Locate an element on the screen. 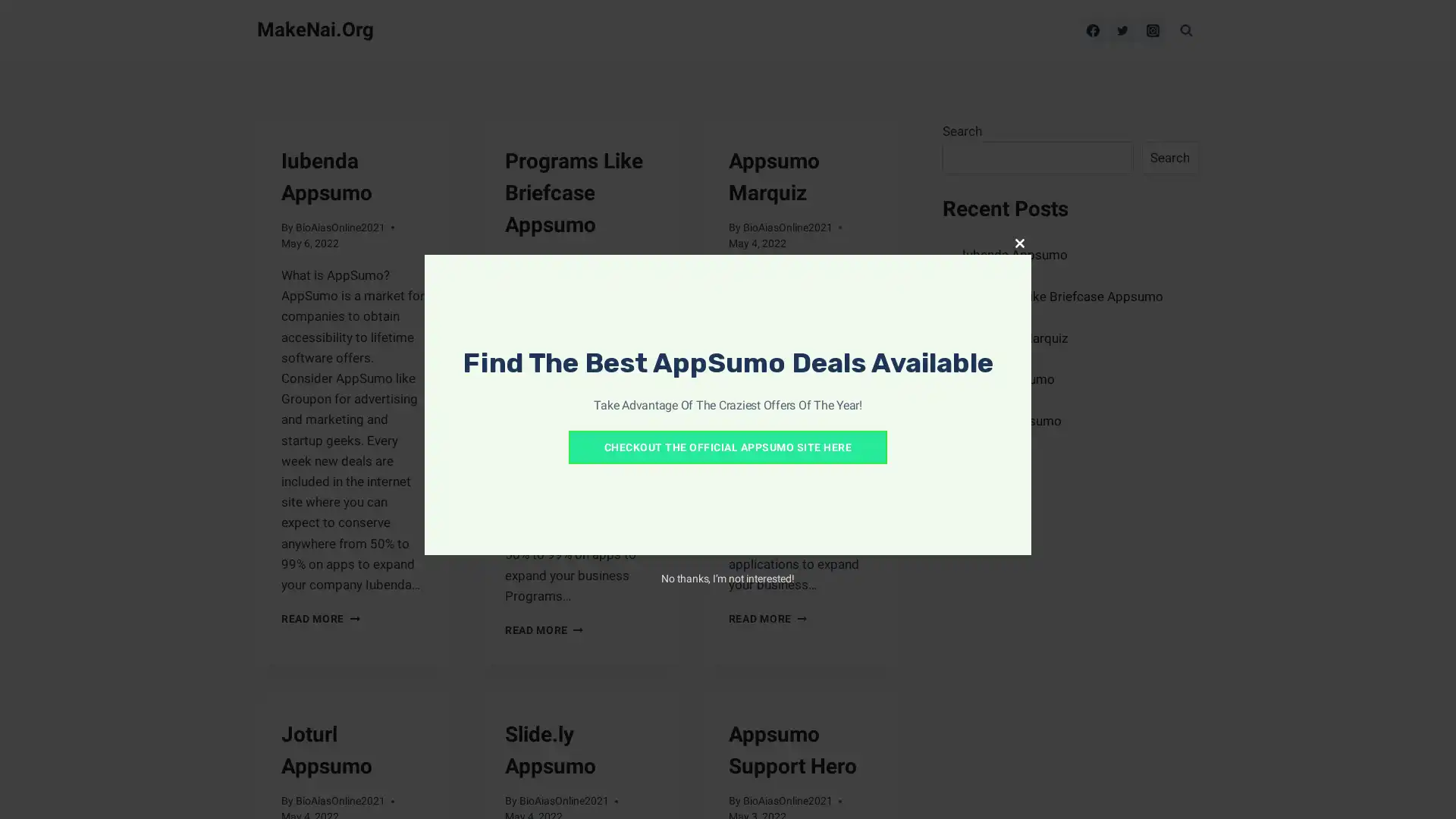 The image size is (1456, 819). Search is located at coordinates (1169, 158).